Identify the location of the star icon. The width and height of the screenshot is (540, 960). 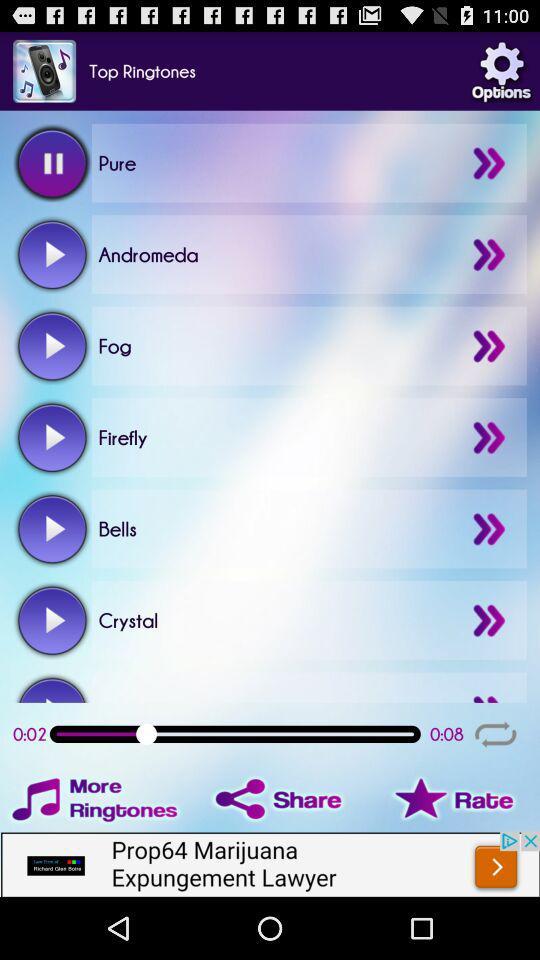
(445, 853).